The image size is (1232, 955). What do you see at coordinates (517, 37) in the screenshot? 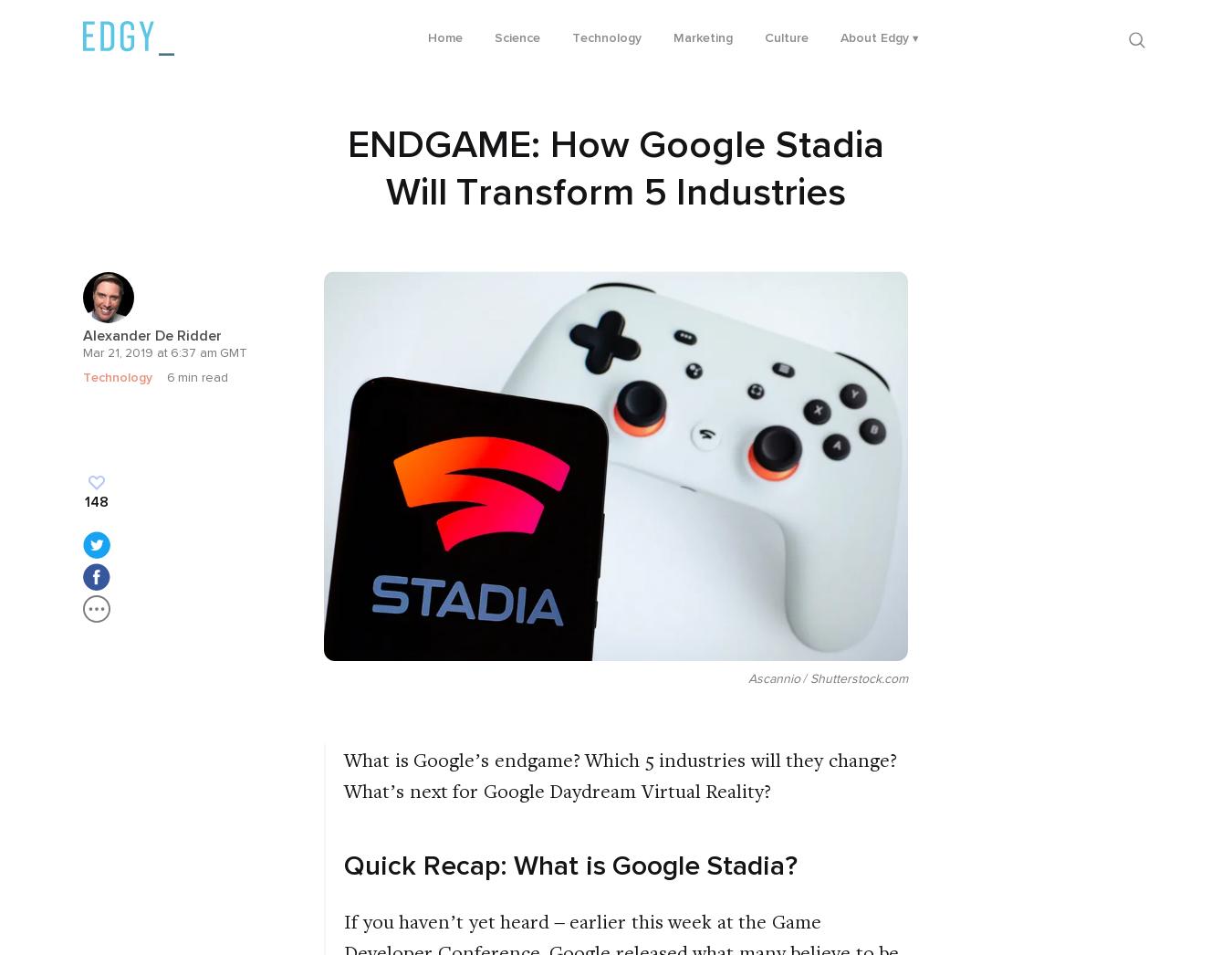
I see `'Science'` at bounding box center [517, 37].